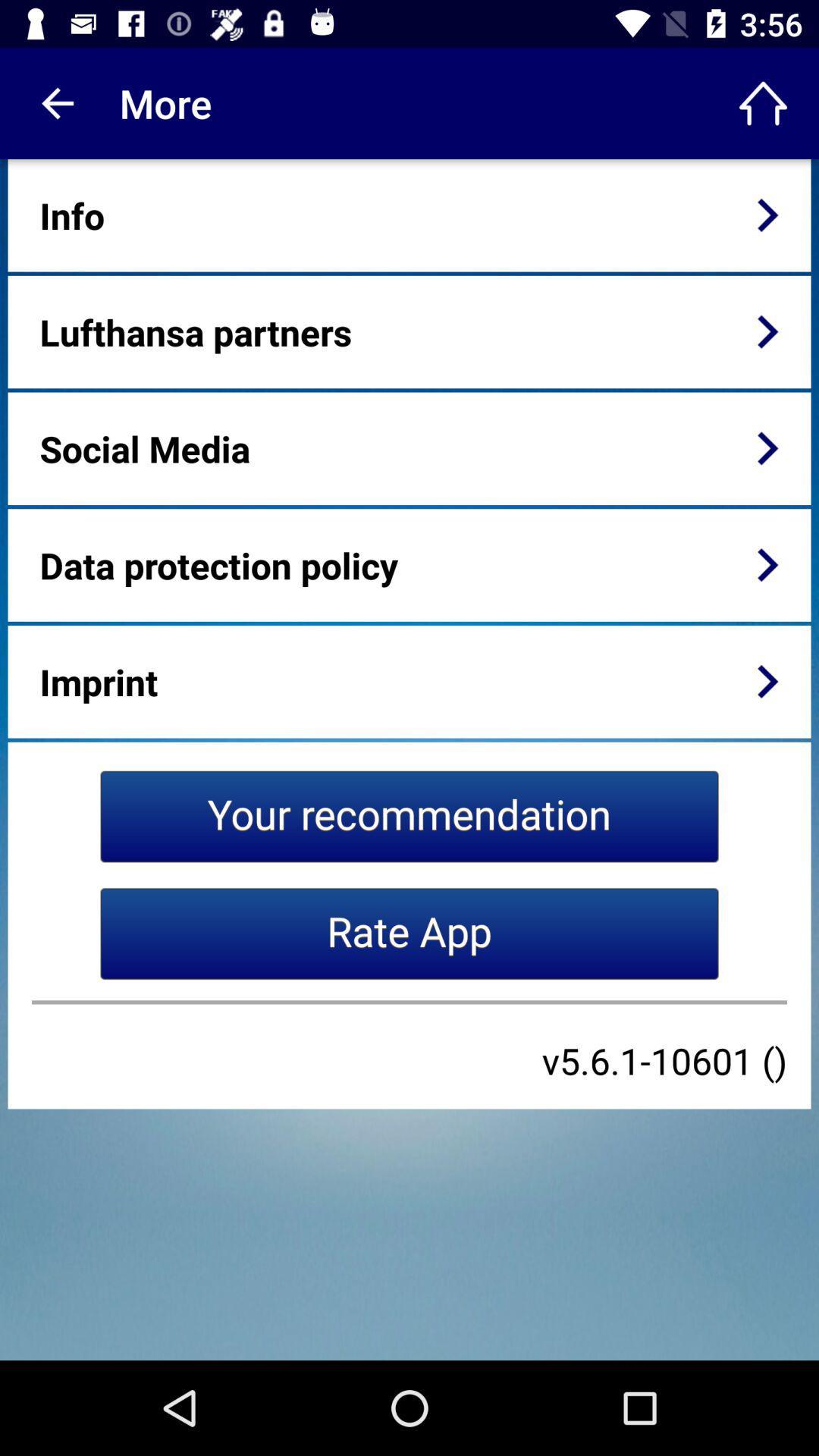 The width and height of the screenshot is (819, 1456). I want to click on icon next to lufthansa partners item, so click(767, 331).